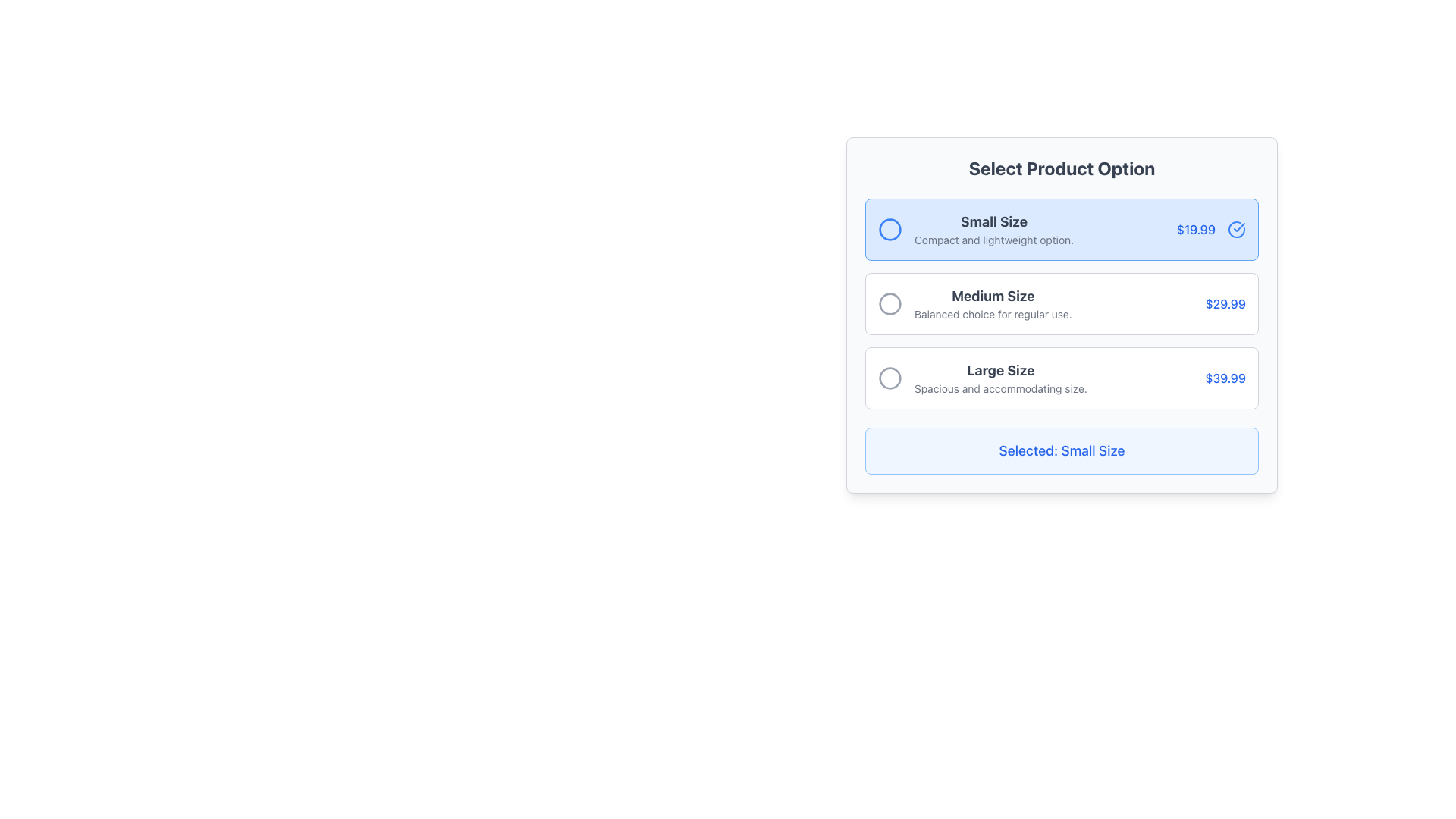 Image resolution: width=1456 pixels, height=819 pixels. Describe the element at coordinates (890, 230) in the screenshot. I see `the Radio Button Indicator (Circle)` at that location.